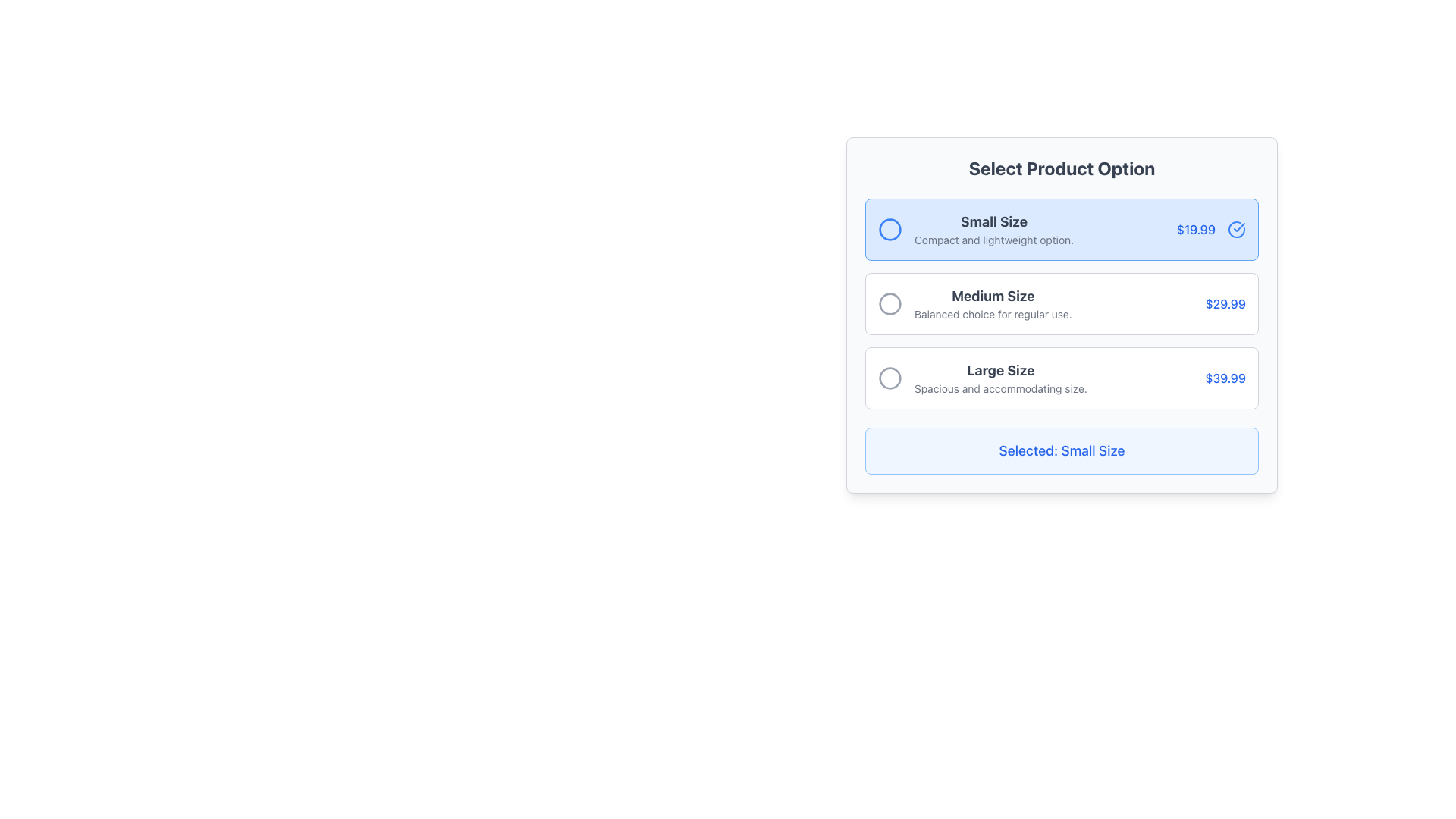 Image resolution: width=1456 pixels, height=819 pixels. Describe the element at coordinates (890, 230) in the screenshot. I see `the Radio Button Indicator (Circle)` at that location.